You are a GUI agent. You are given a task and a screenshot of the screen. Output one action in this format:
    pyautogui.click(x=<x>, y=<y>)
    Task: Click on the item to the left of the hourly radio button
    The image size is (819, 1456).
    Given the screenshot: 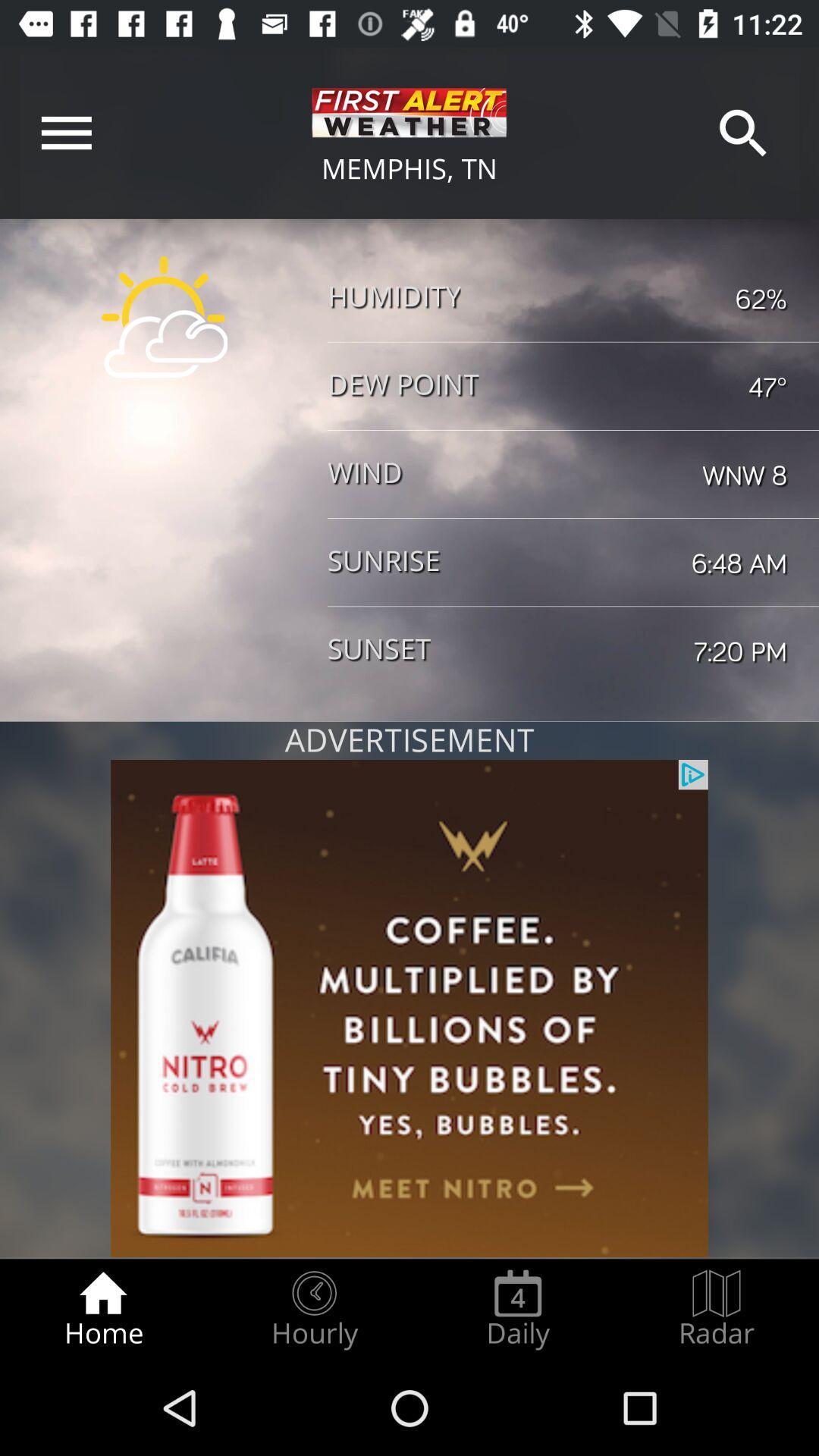 What is the action you would take?
    pyautogui.click(x=102, y=1309)
    